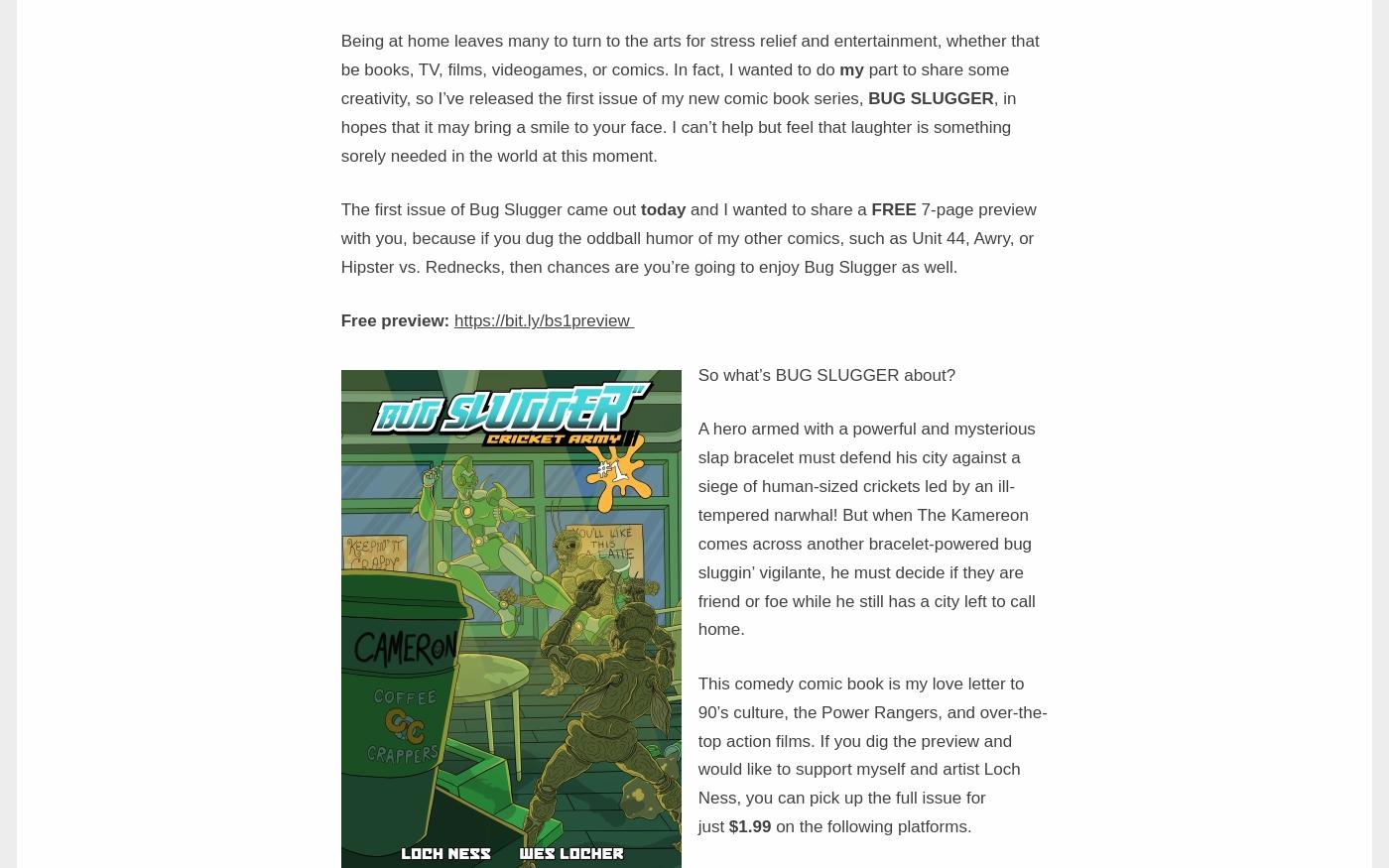 The image size is (1389, 868). Describe the element at coordinates (678, 126) in the screenshot. I see `', in hopes that it may bring a smile to your face. I can’t help but feel that laughter is something sorely needed in the world at this moment.'` at that location.